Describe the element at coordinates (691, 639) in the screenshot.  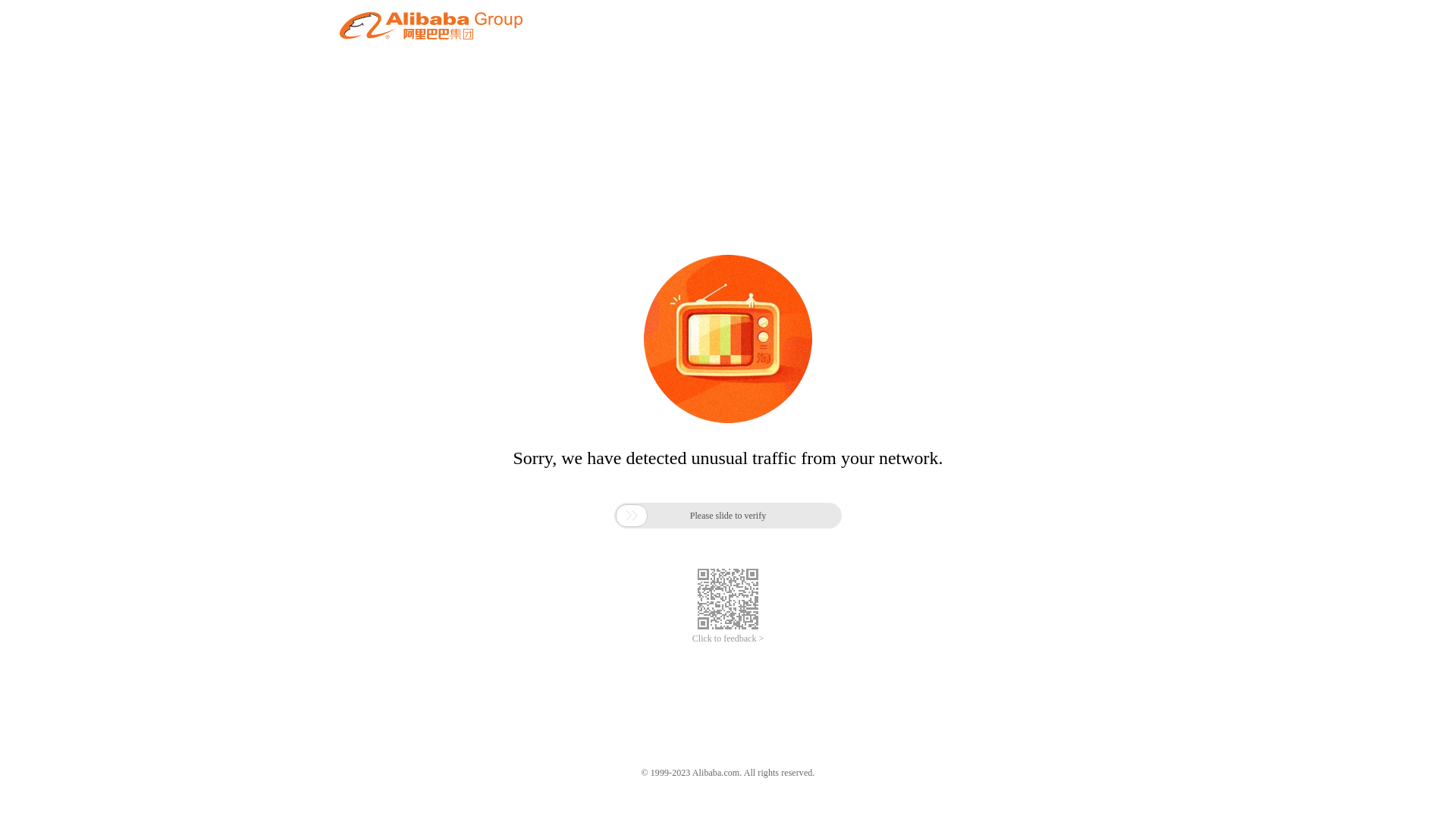
I see `'Click to feedback >'` at that location.